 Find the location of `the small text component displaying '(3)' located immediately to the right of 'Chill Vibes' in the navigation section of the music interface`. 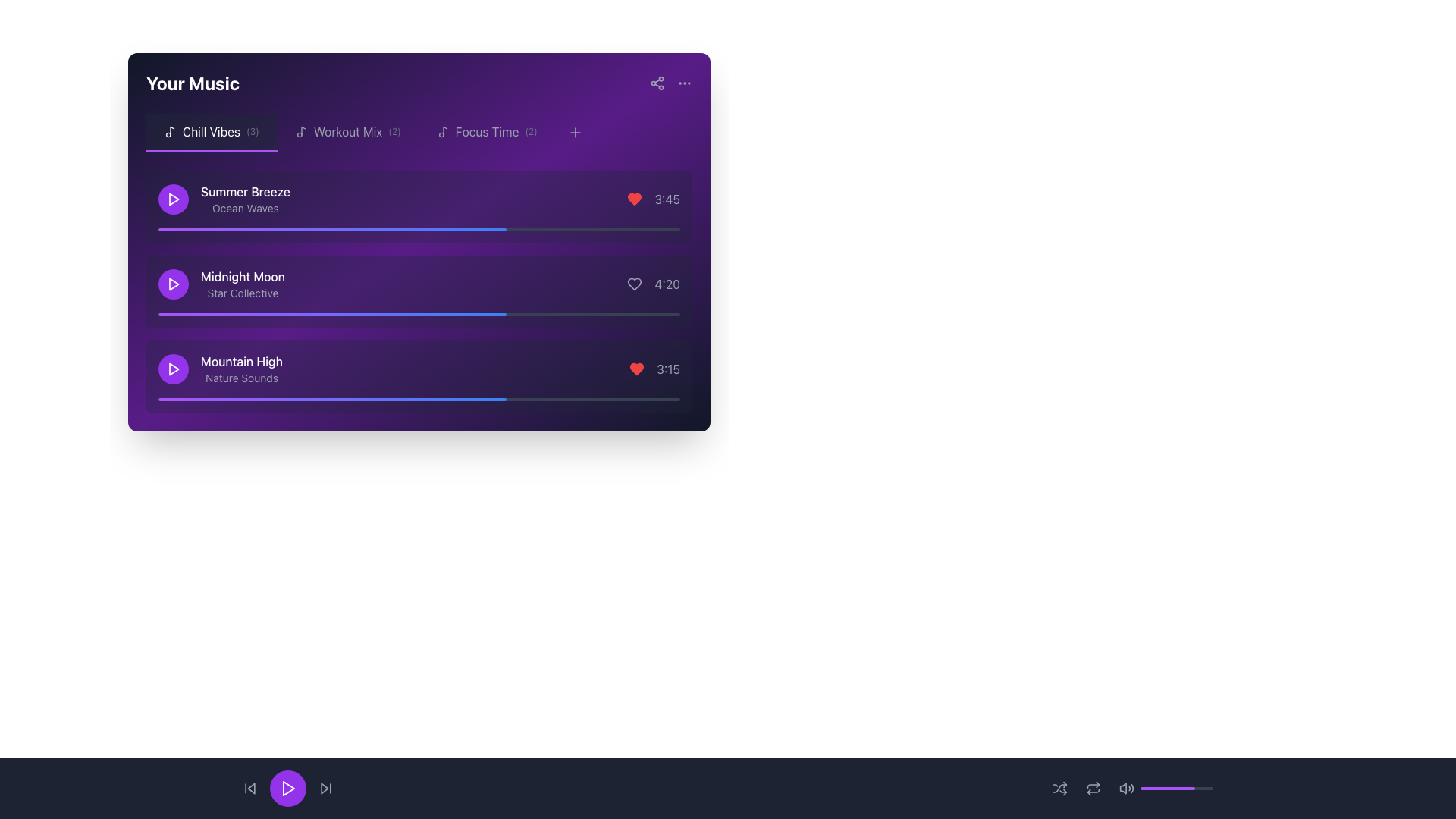

the small text component displaying '(3)' located immediately to the right of 'Chill Vibes' in the navigation section of the music interface is located at coordinates (253, 130).